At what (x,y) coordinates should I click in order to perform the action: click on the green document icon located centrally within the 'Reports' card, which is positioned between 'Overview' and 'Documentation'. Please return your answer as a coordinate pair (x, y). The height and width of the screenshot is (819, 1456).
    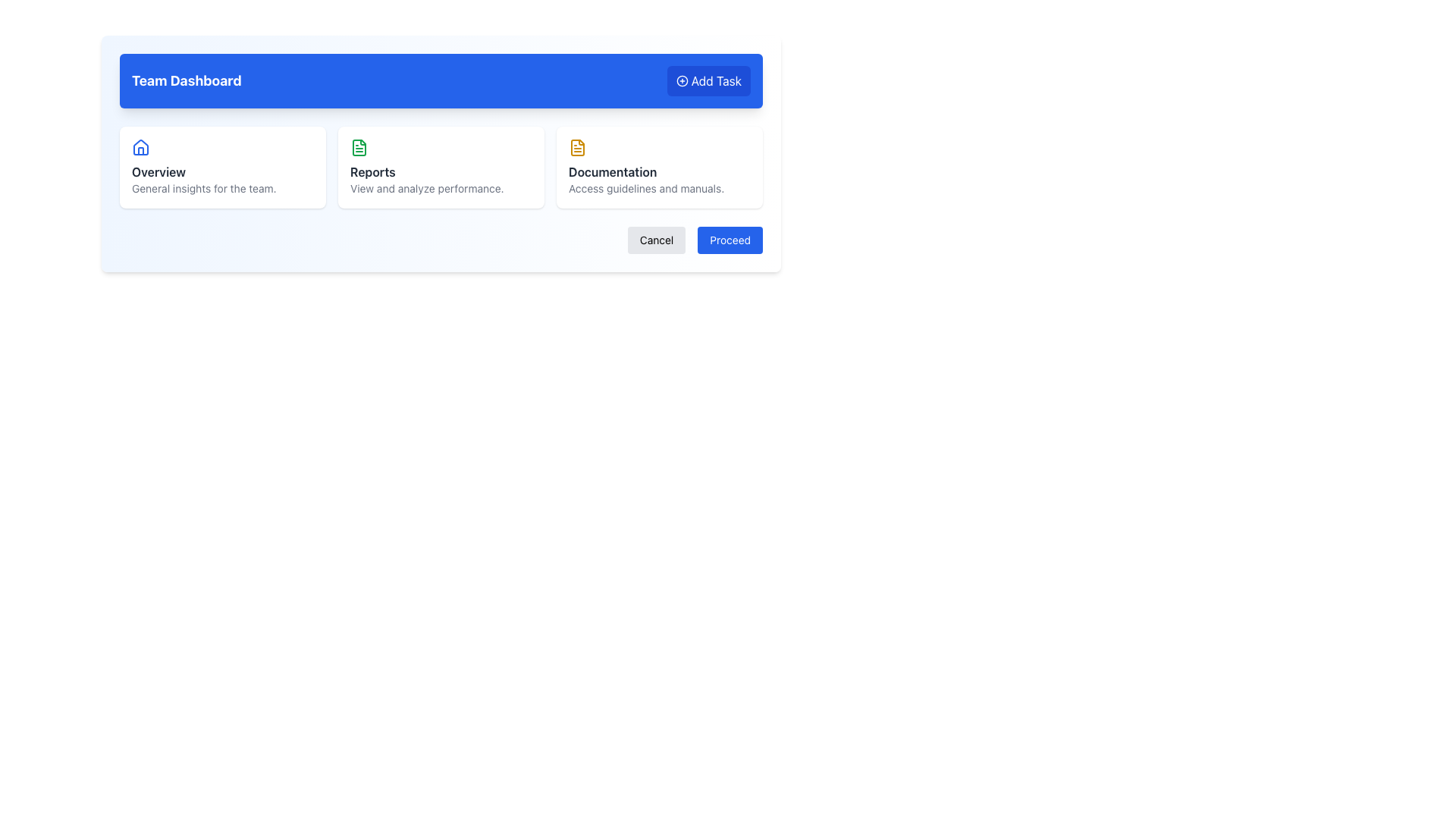
    Looking at the image, I should click on (359, 148).